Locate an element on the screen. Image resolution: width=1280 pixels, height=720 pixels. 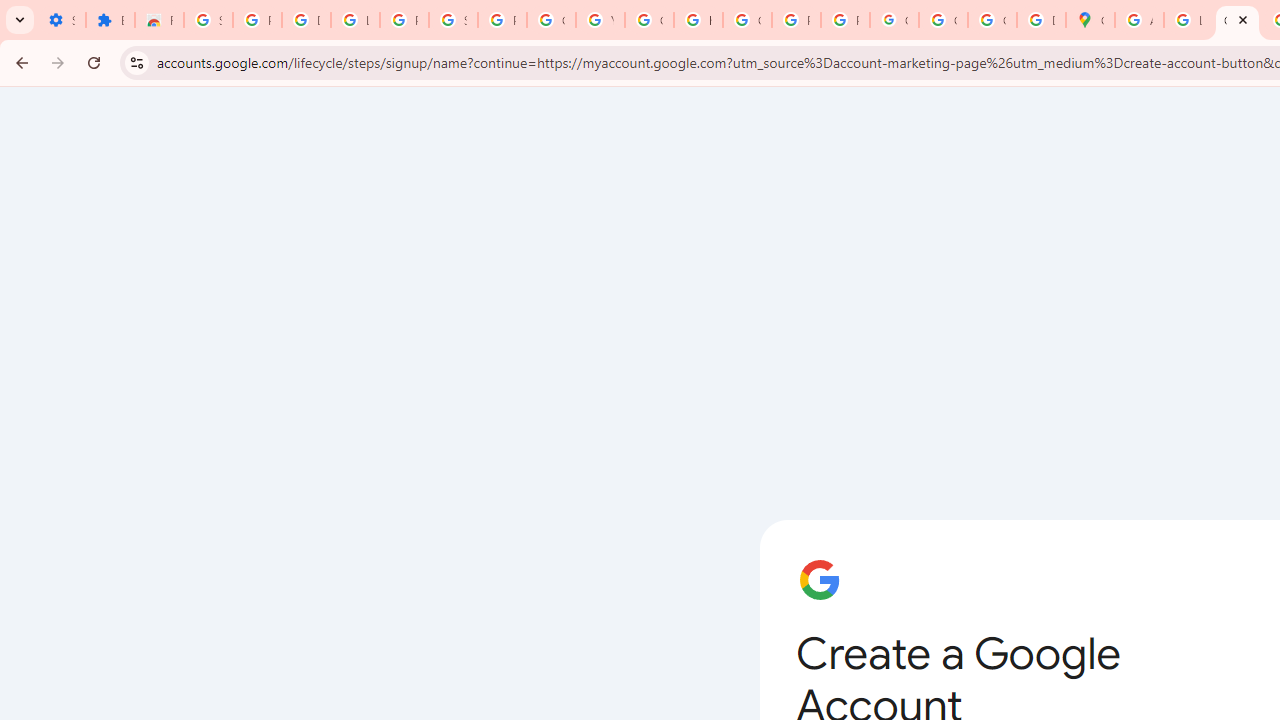
'Create your Google Account' is located at coordinates (1236, 20).